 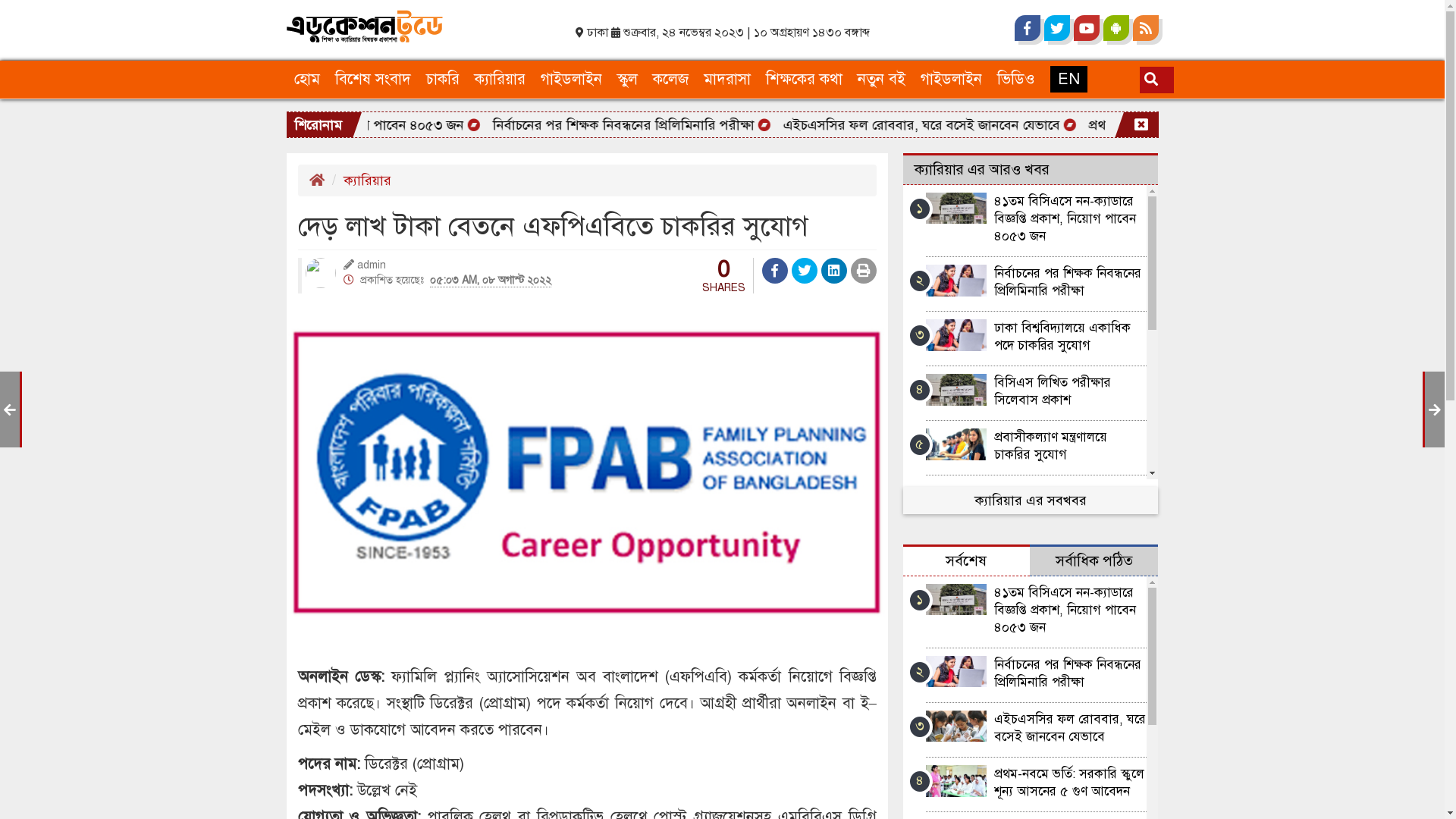 I want to click on 'Click to close', so click(x=1141, y=124).